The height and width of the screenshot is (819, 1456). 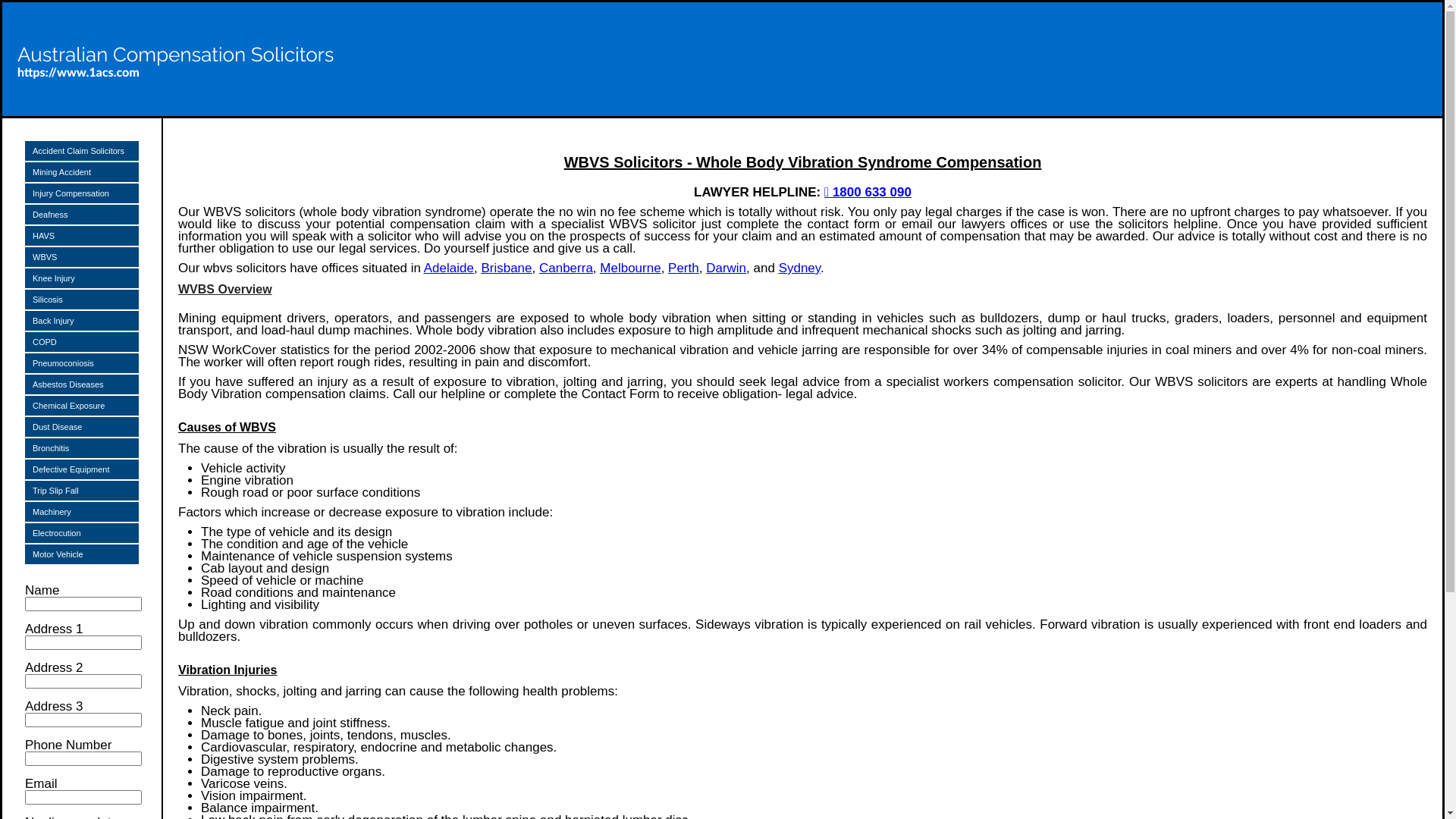 I want to click on 'Motor Vehicle', so click(x=25, y=554).